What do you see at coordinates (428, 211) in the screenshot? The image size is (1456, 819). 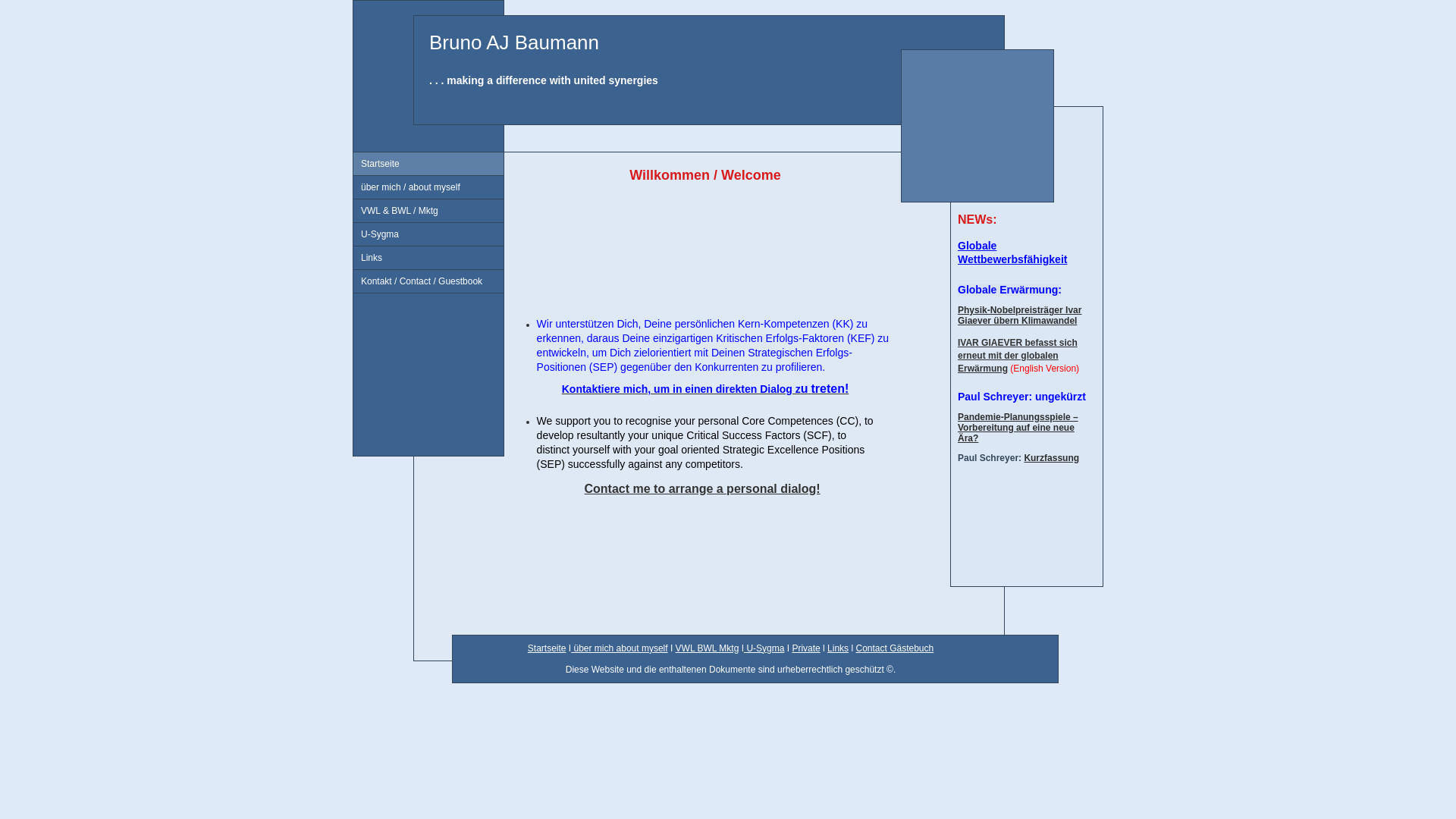 I see `'VWL & BWL / Mktg'` at bounding box center [428, 211].